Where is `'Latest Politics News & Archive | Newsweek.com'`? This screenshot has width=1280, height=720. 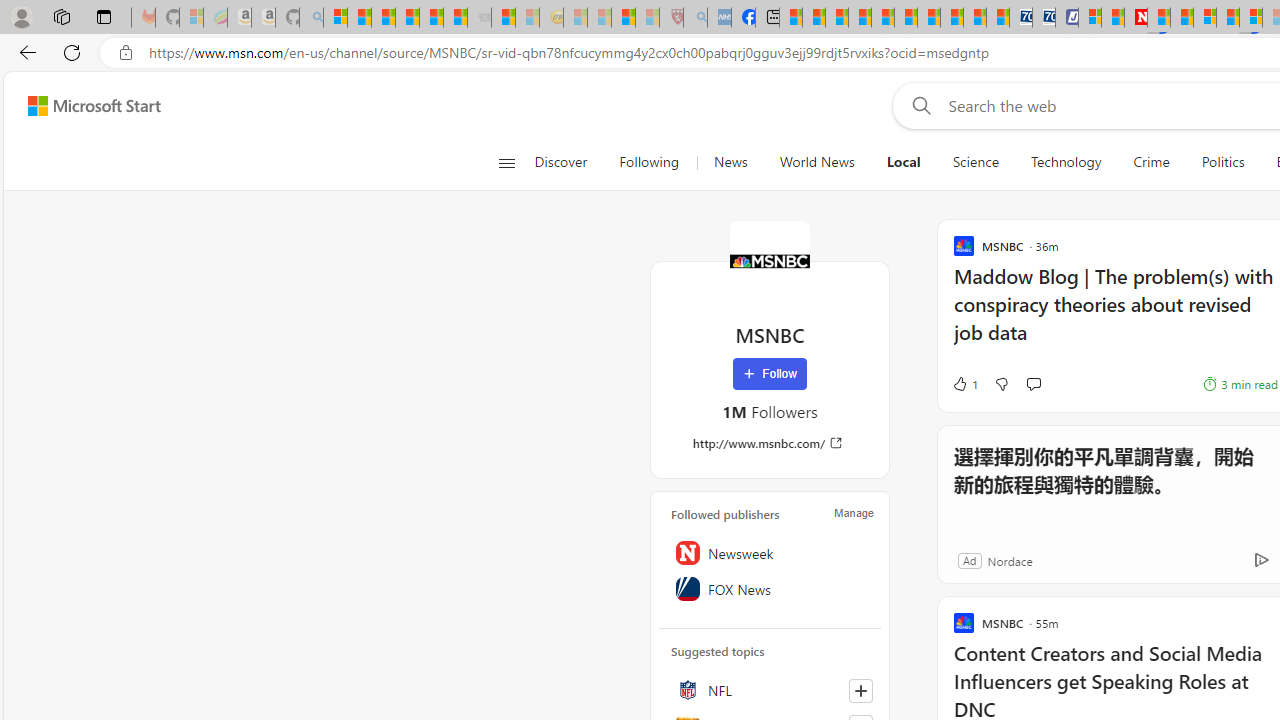
'Latest Politics News & Archive | Newsweek.com' is located at coordinates (1136, 17).